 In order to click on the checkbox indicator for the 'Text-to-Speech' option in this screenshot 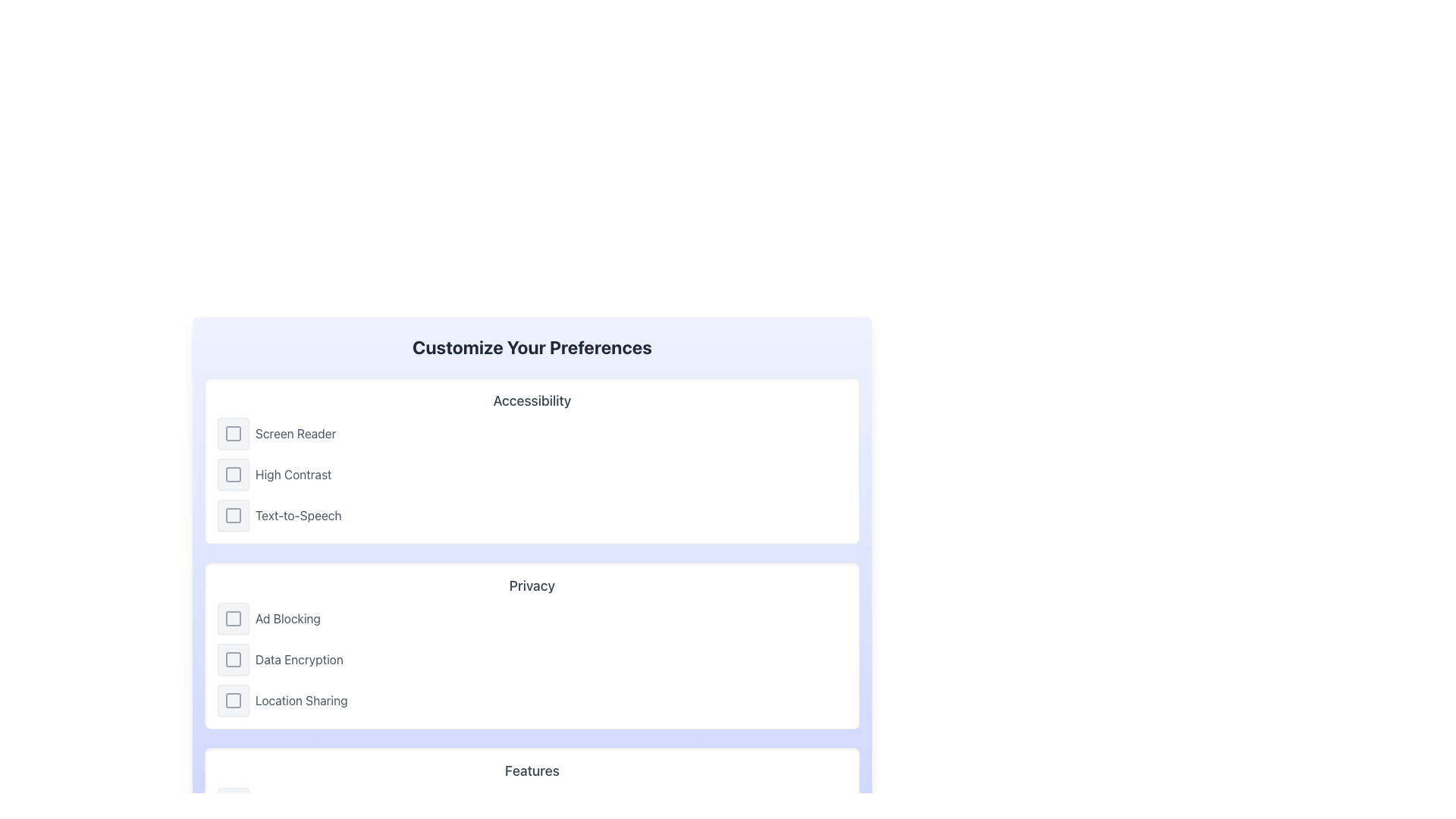, I will do `click(232, 514)`.